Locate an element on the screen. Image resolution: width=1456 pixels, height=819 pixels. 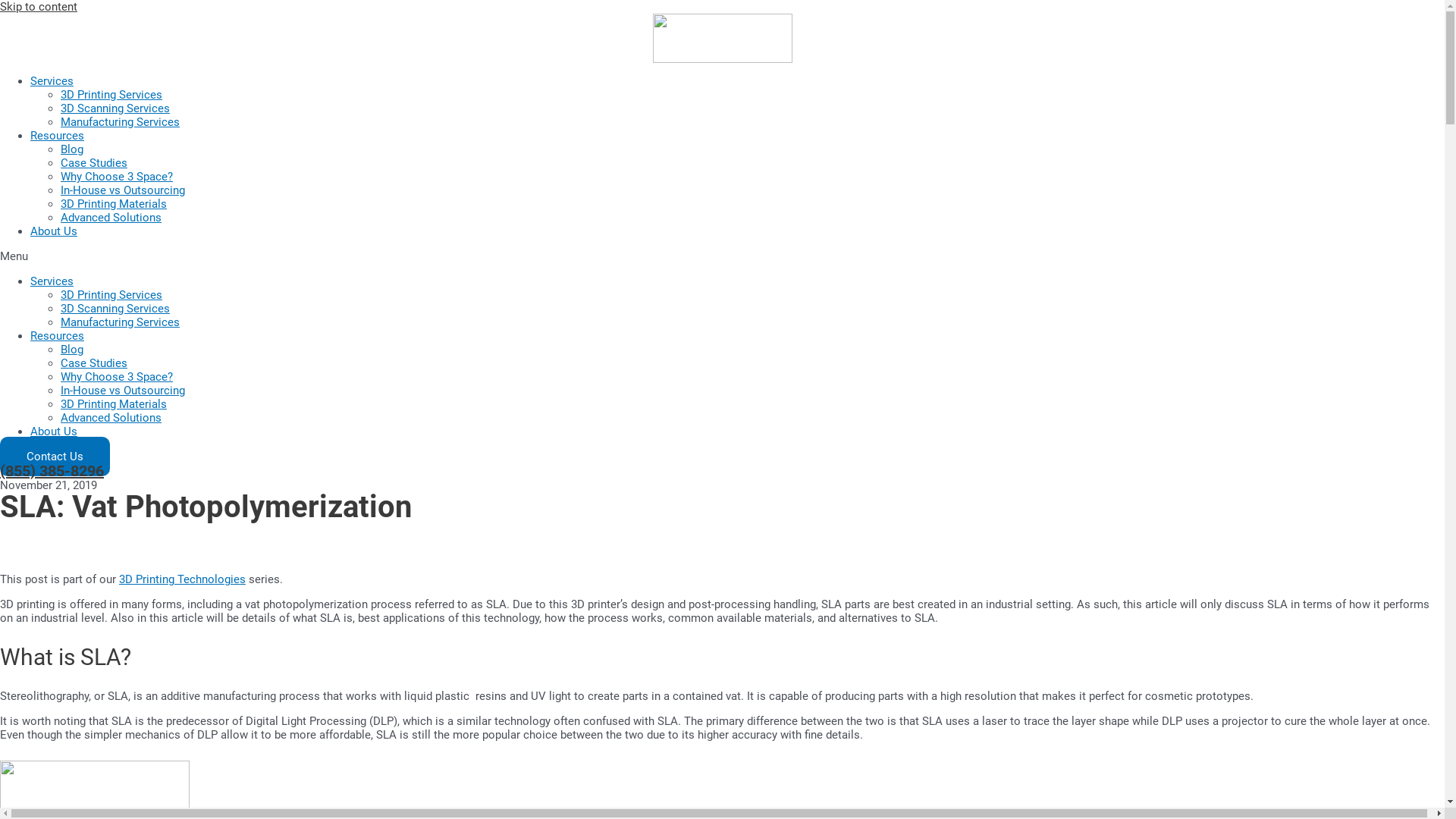
'About Us' is located at coordinates (54, 431).